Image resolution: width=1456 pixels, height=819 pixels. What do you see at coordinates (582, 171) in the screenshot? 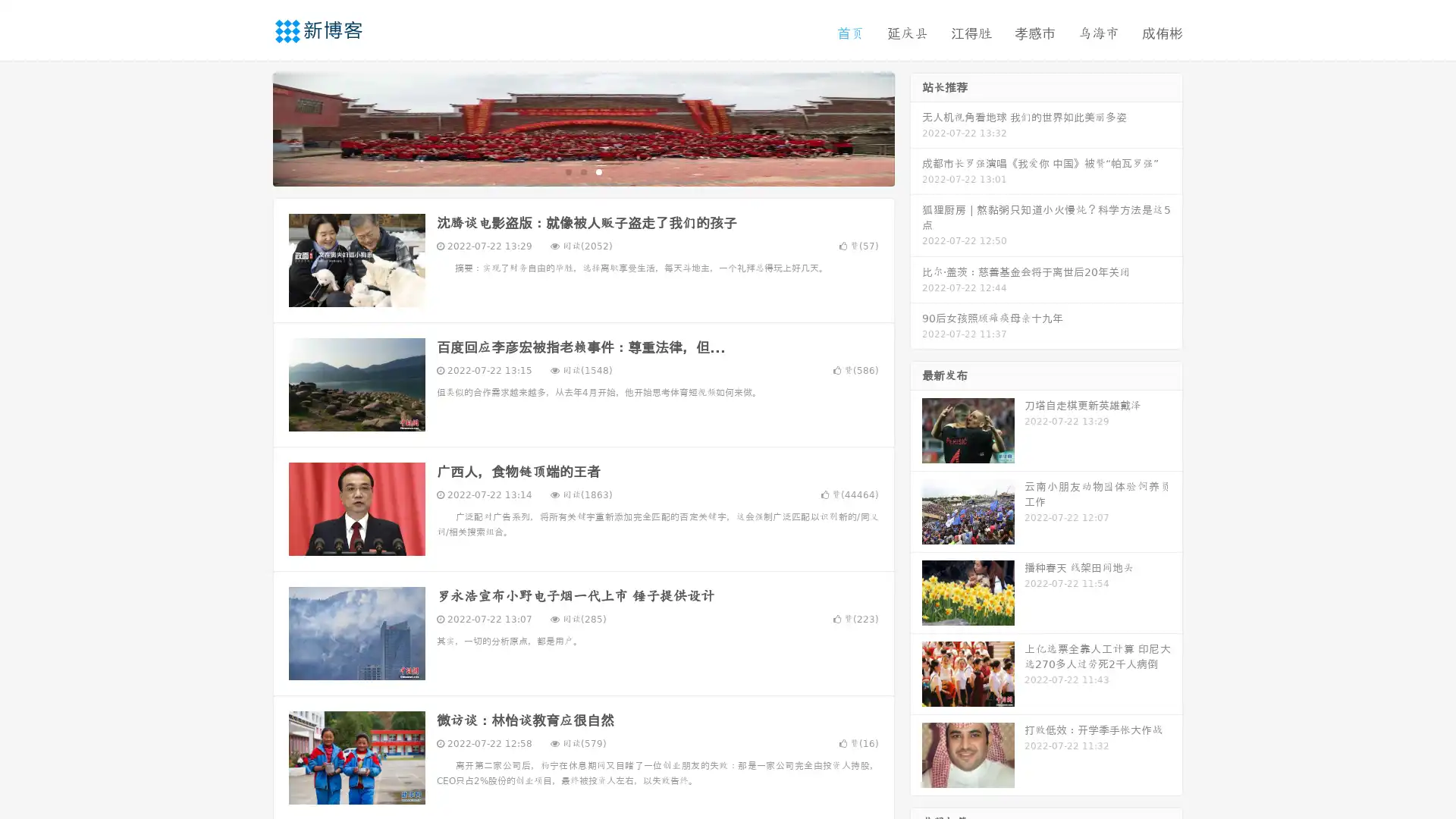
I see `Go to slide 2` at bounding box center [582, 171].